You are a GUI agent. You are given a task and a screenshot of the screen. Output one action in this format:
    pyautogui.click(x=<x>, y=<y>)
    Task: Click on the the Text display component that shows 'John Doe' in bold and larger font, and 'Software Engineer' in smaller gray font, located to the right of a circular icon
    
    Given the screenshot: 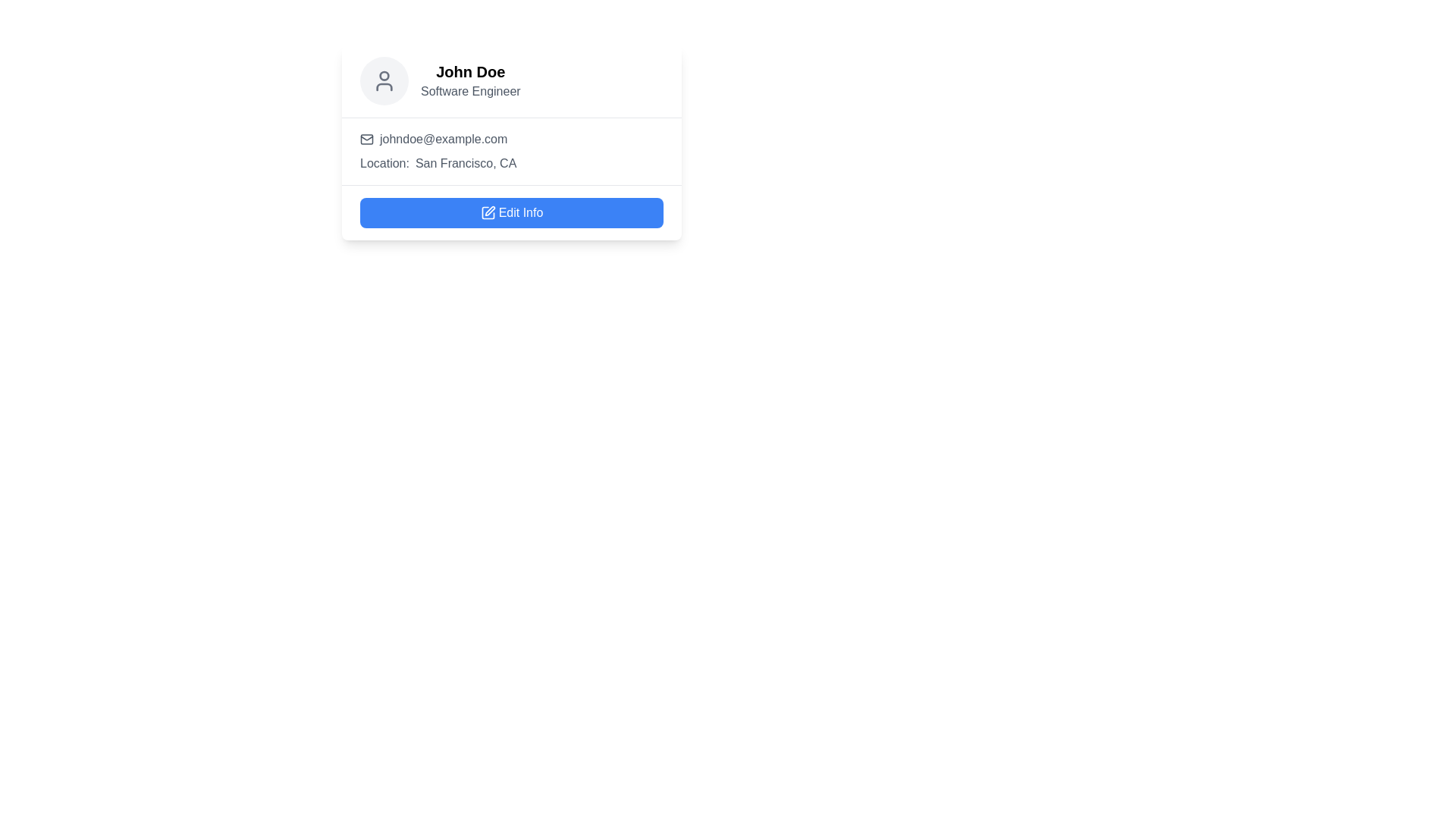 What is the action you would take?
    pyautogui.click(x=469, y=81)
    